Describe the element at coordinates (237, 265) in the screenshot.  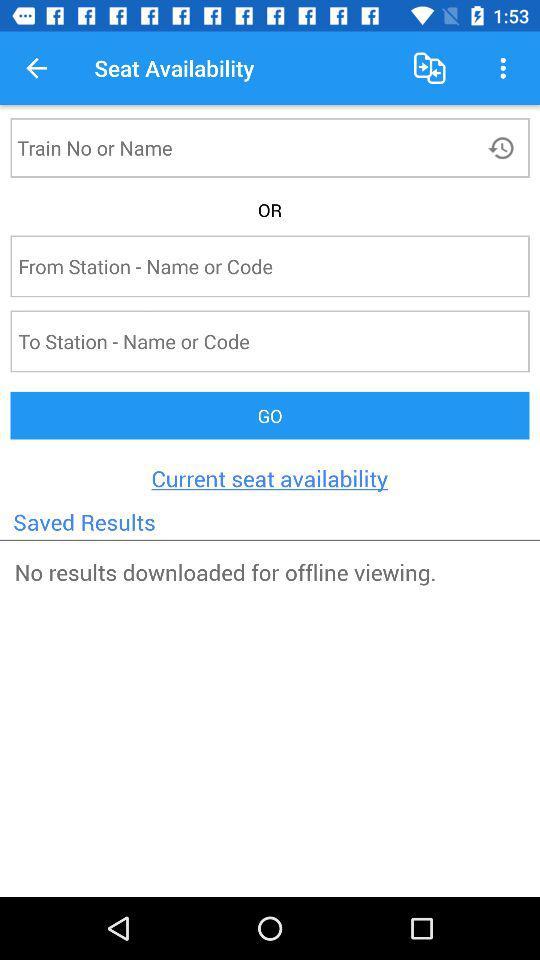
I see `text` at that location.